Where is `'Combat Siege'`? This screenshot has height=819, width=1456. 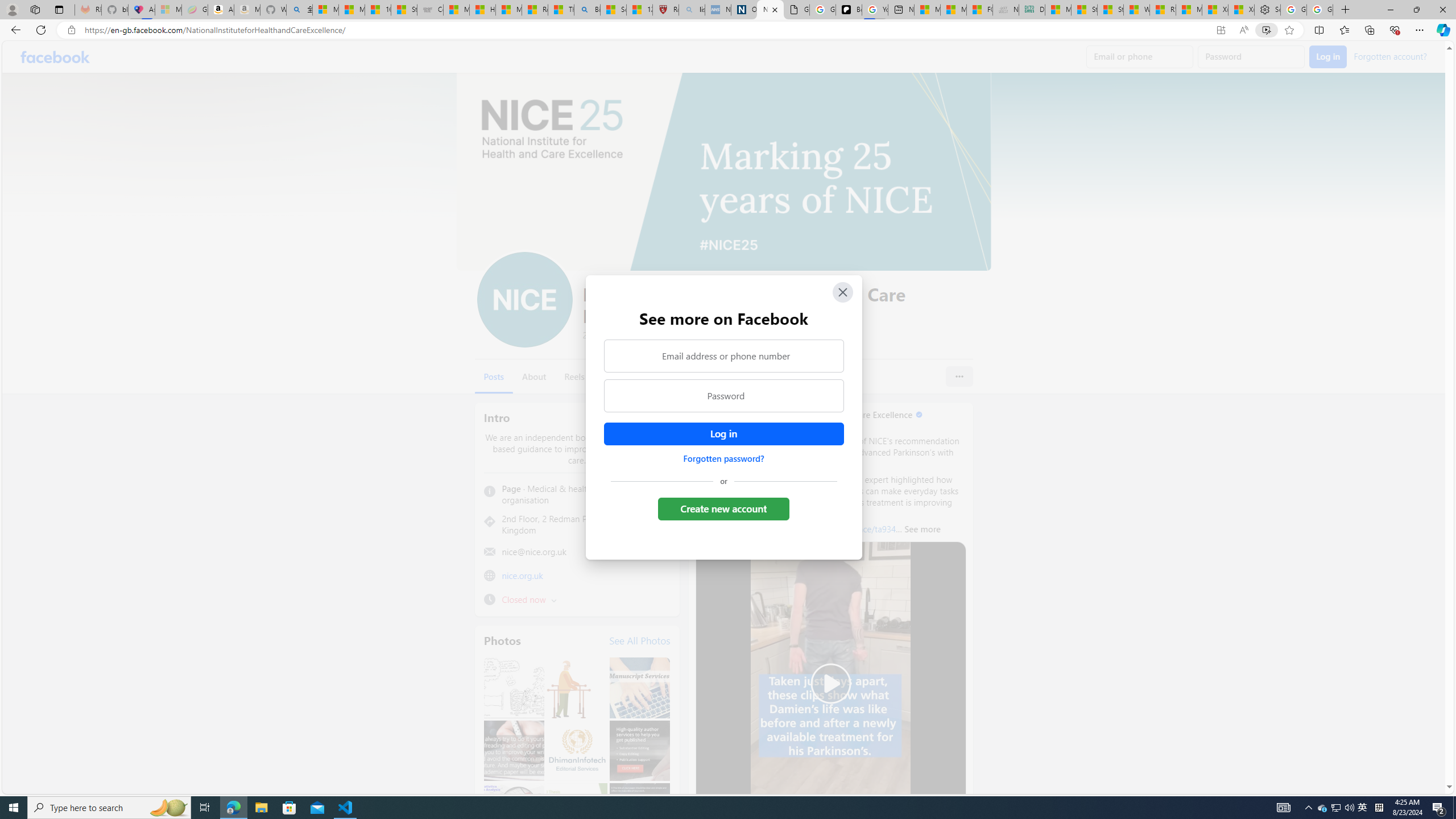
'Combat Siege' is located at coordinates (429, 9).